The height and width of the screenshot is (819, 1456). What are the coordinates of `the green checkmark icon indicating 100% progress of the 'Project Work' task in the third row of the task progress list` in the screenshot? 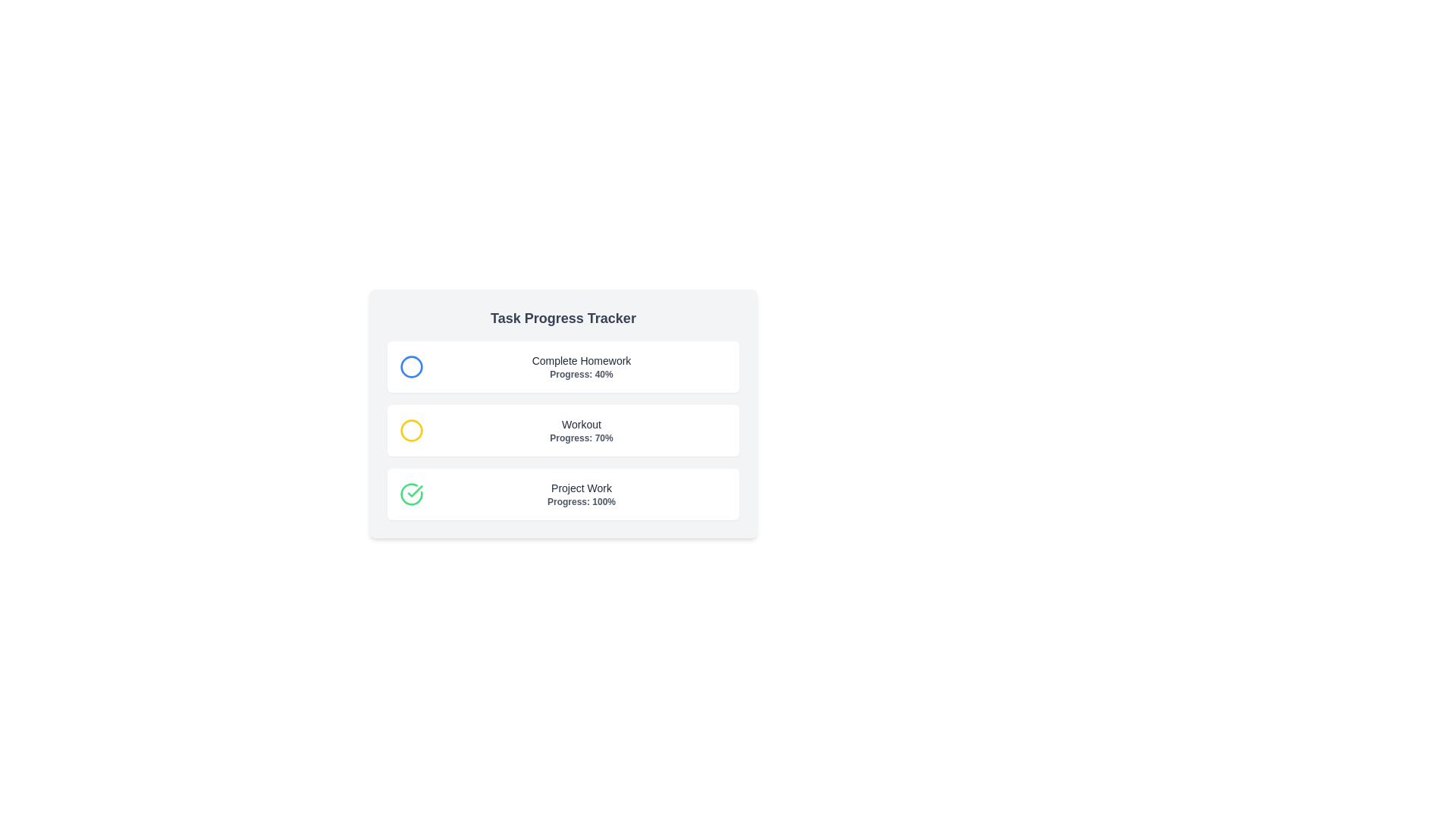 It's located at (415, 491).